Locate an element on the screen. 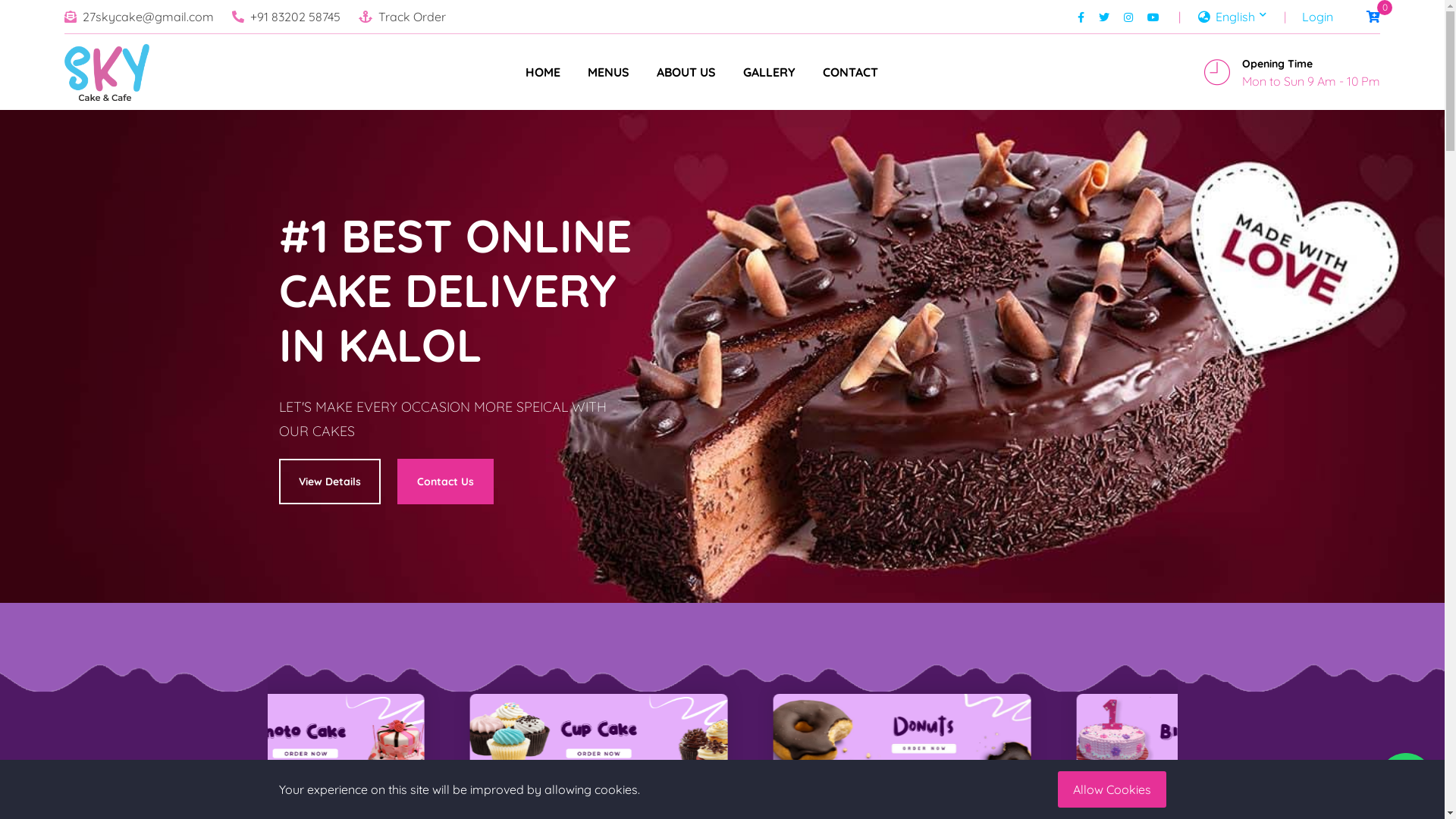 The width and height of the screenshot is (1456, 819). '+91 83202 58745' is located at coordinates (295, 17).